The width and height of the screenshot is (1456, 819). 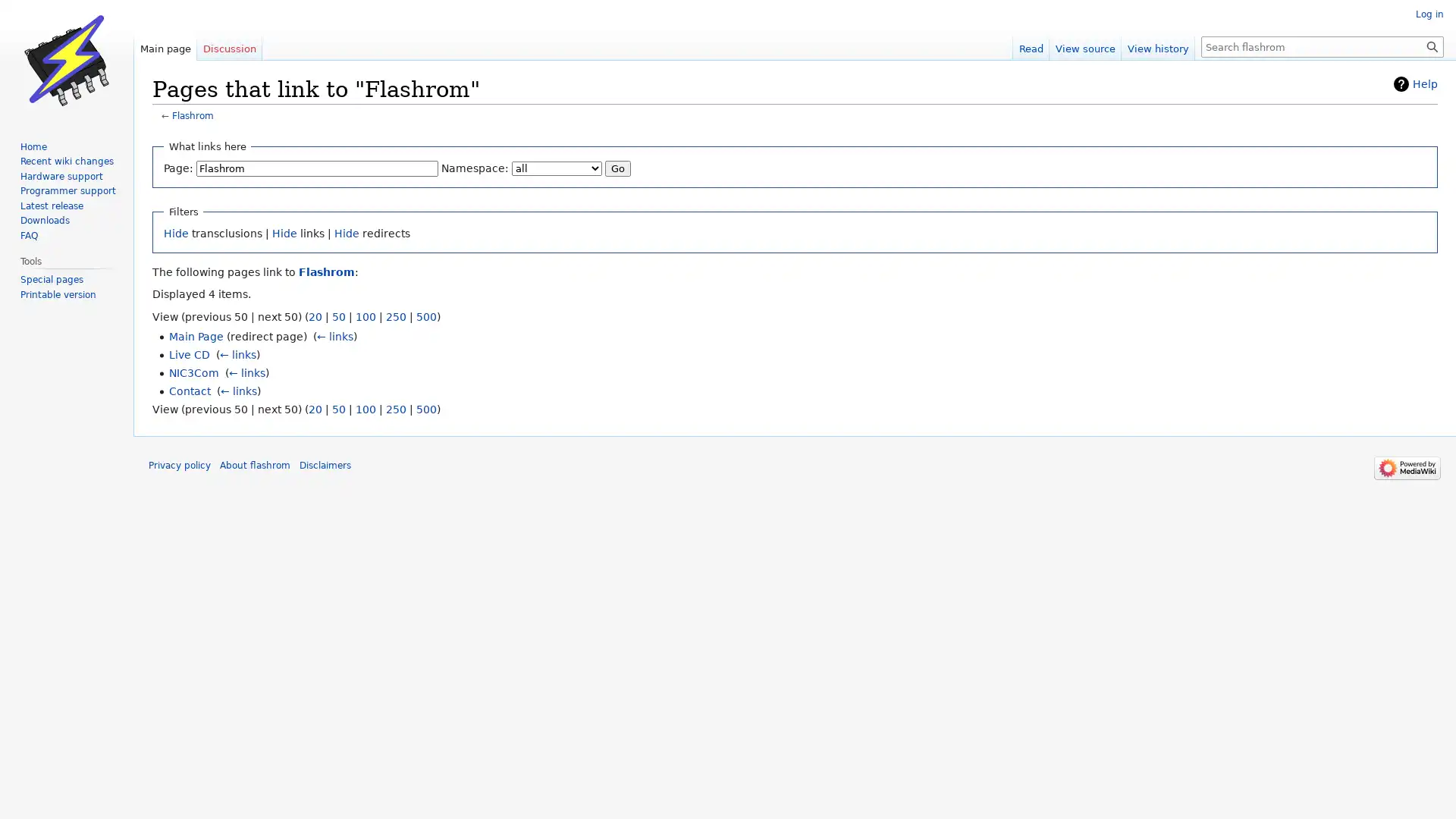 I want to click on Go, so click(x=618, y=168).